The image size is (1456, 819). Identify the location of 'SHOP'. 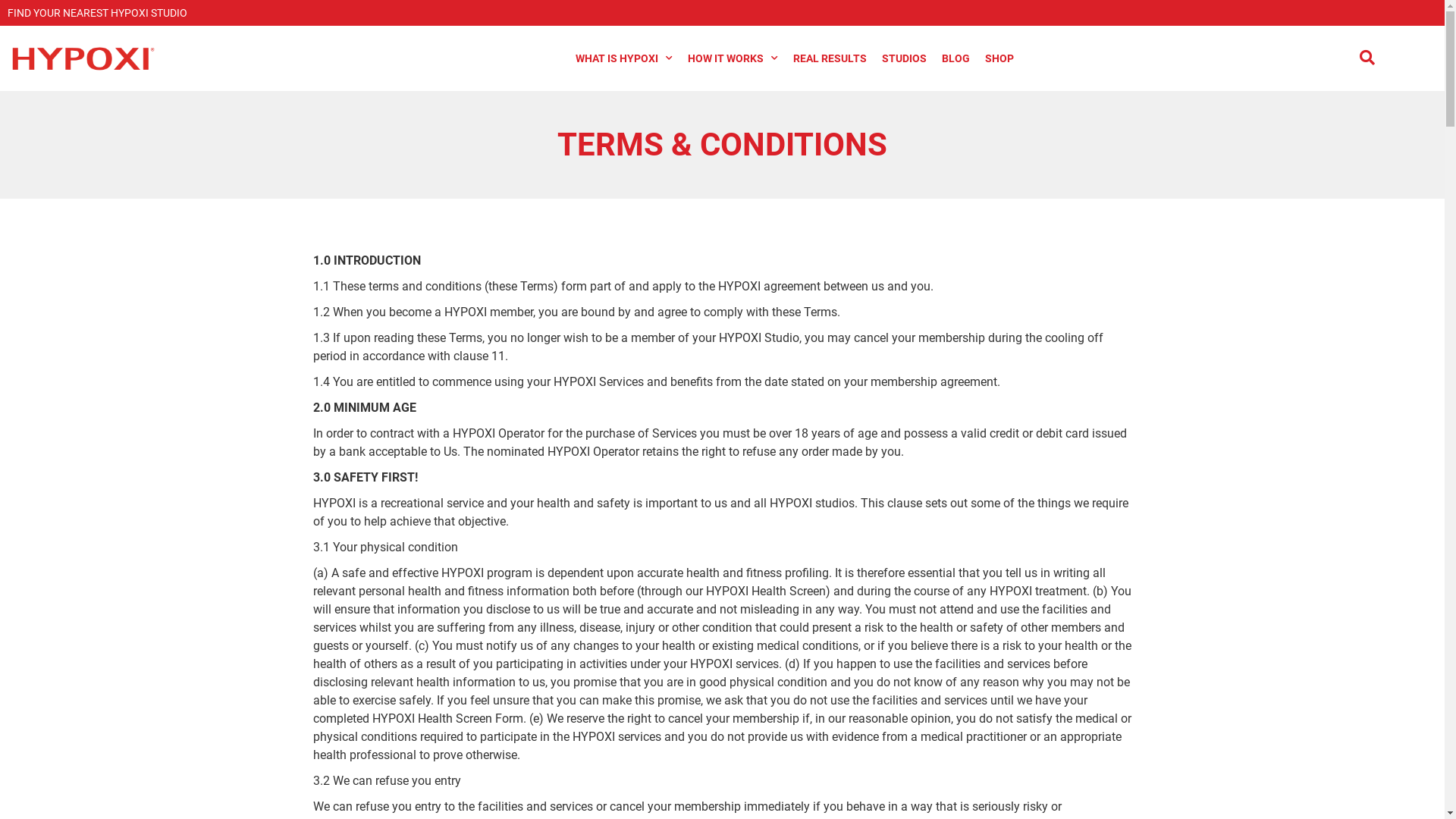
(985, 58).